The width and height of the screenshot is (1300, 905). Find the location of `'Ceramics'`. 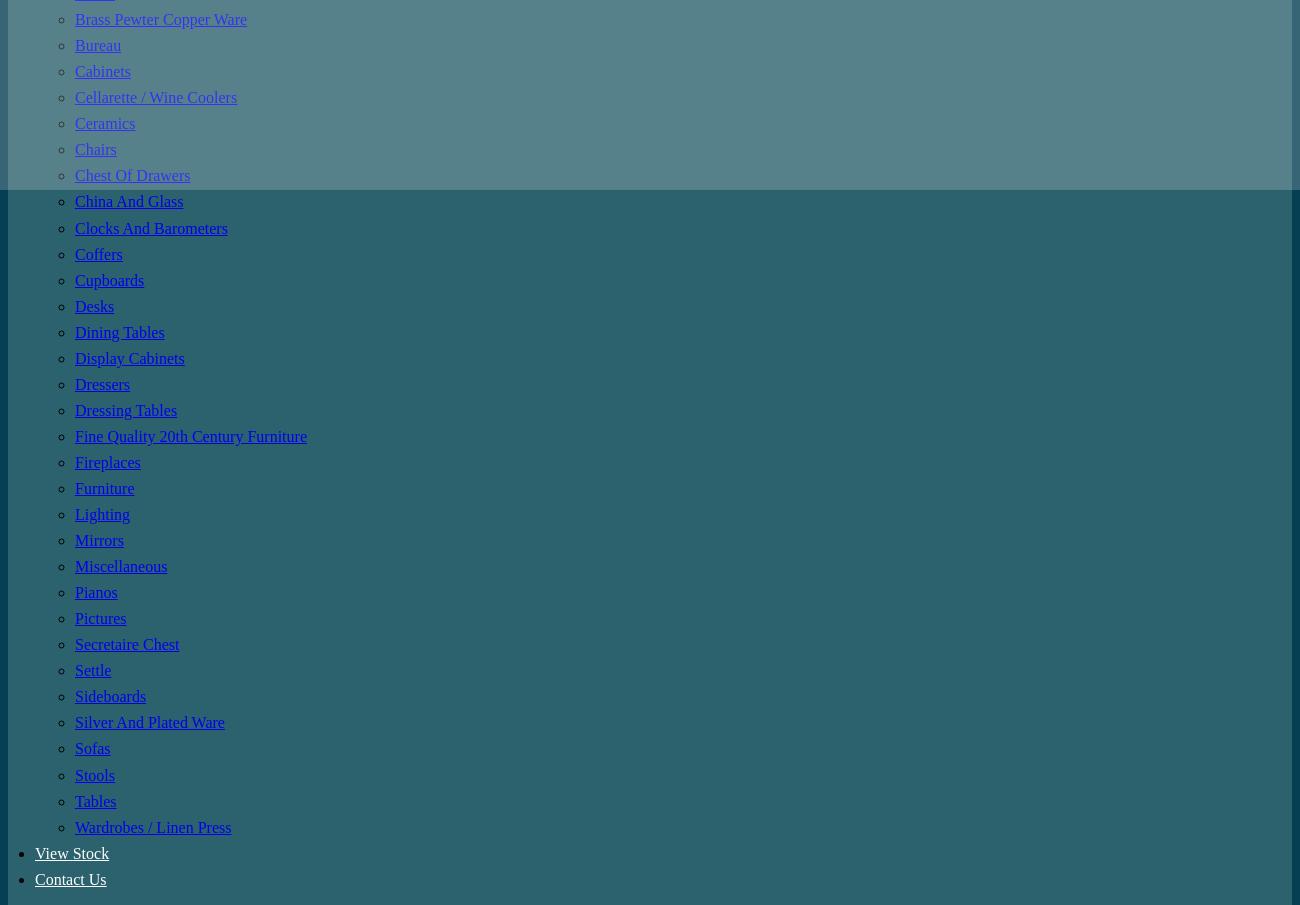

'Ceramics' is located at coordinates (105, 122).